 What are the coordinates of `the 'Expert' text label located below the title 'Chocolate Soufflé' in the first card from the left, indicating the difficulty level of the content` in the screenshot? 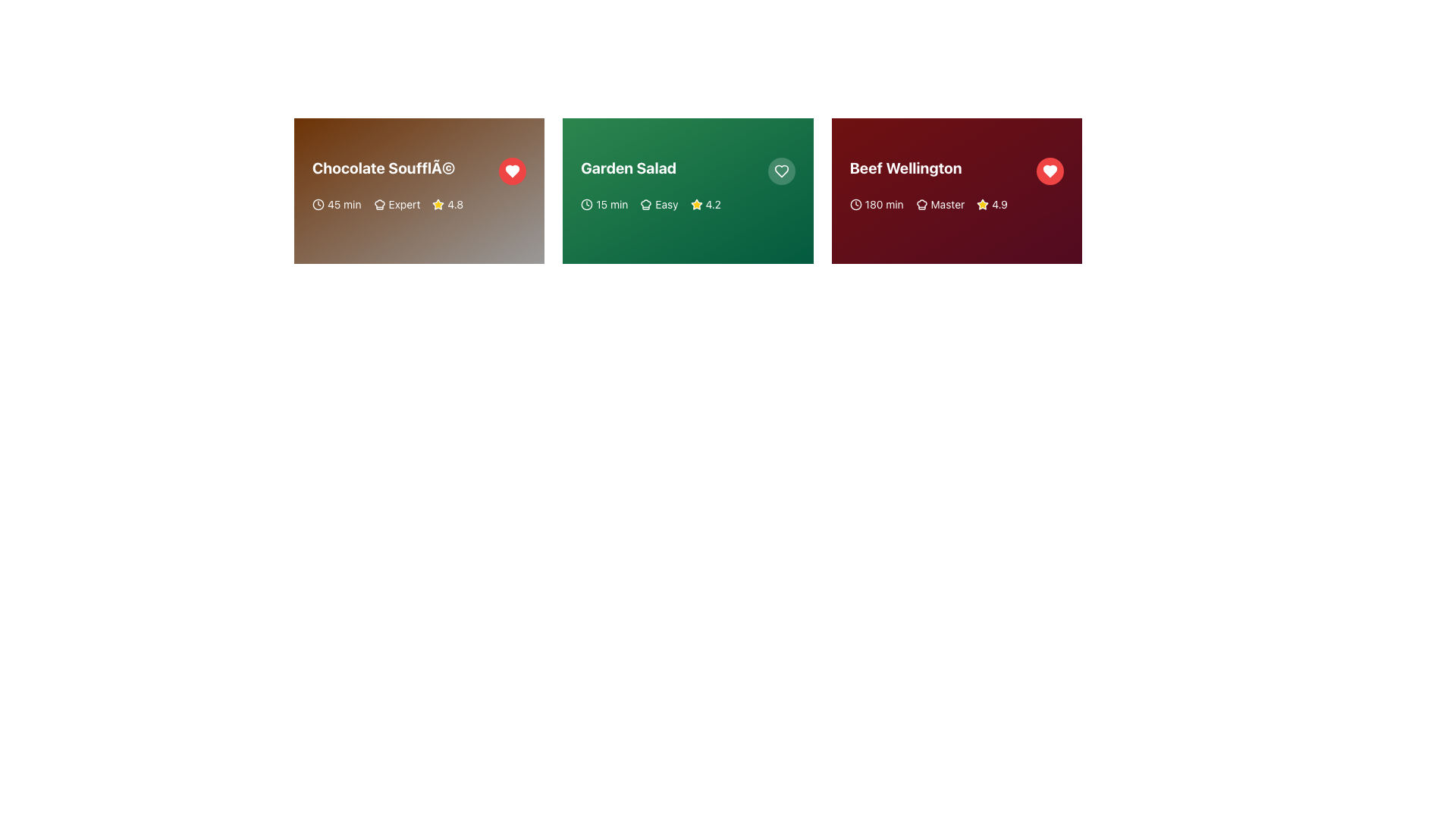 It's located at (404, 205).